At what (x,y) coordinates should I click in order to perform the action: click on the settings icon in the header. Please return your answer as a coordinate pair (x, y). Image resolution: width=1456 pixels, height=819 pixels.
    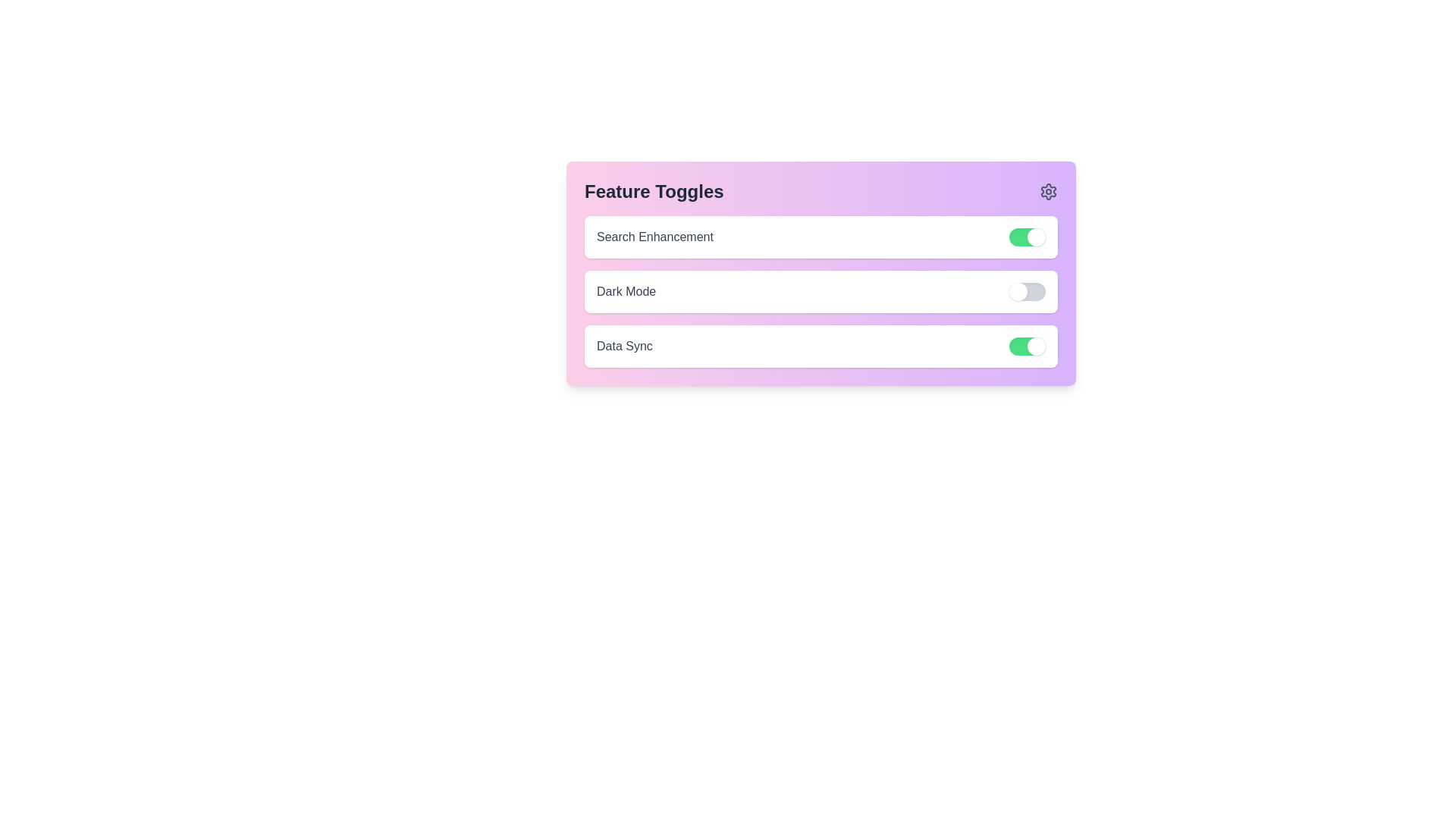
    Looking at the image, I should click on (1047, 191).